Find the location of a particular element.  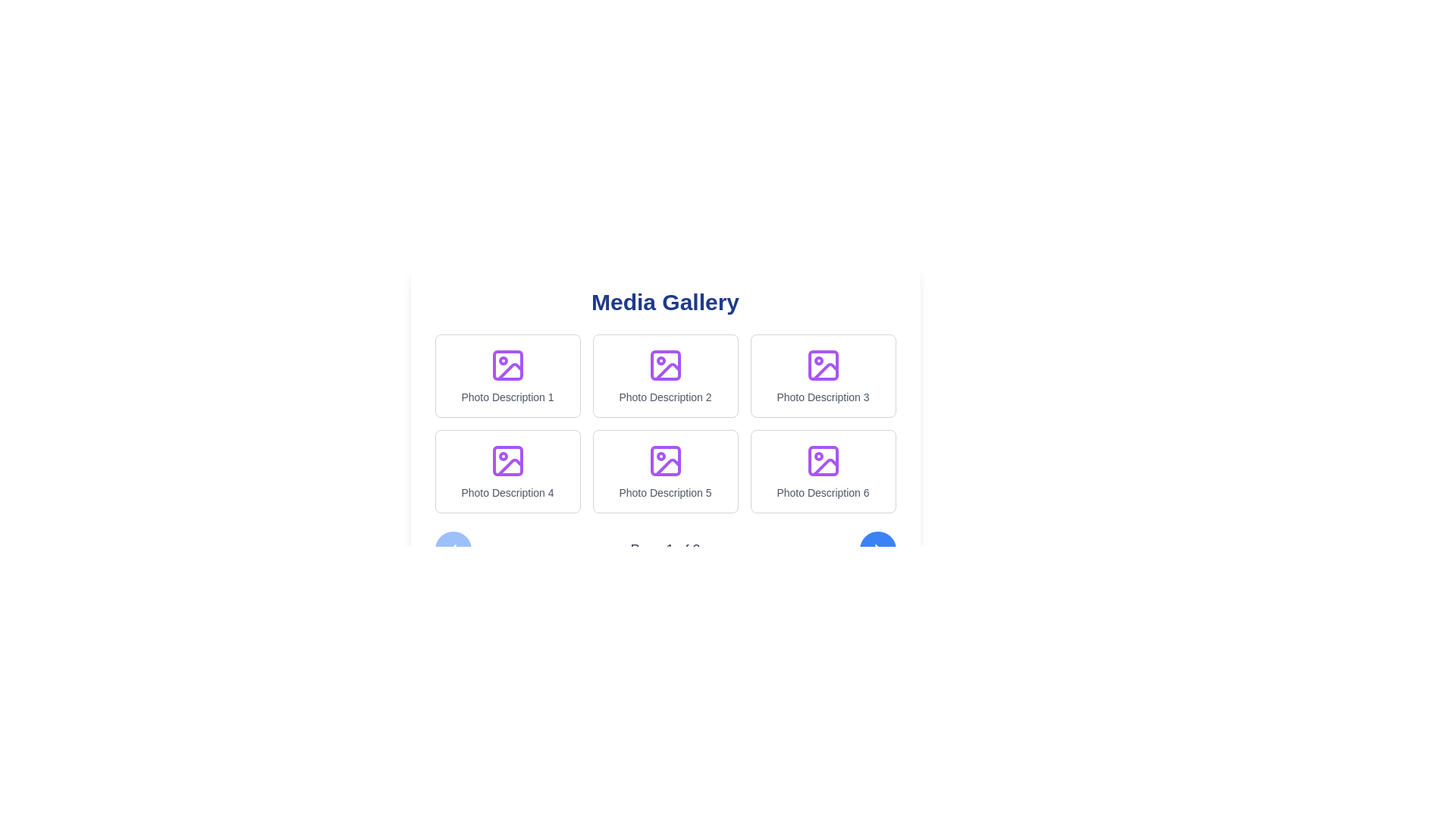

the purple image icon resembling a picture frame with a circular detail, located in the upper center of the 'Photo Description 2' card under the 'Media Gallery' title is located at coordinates (665, 366).